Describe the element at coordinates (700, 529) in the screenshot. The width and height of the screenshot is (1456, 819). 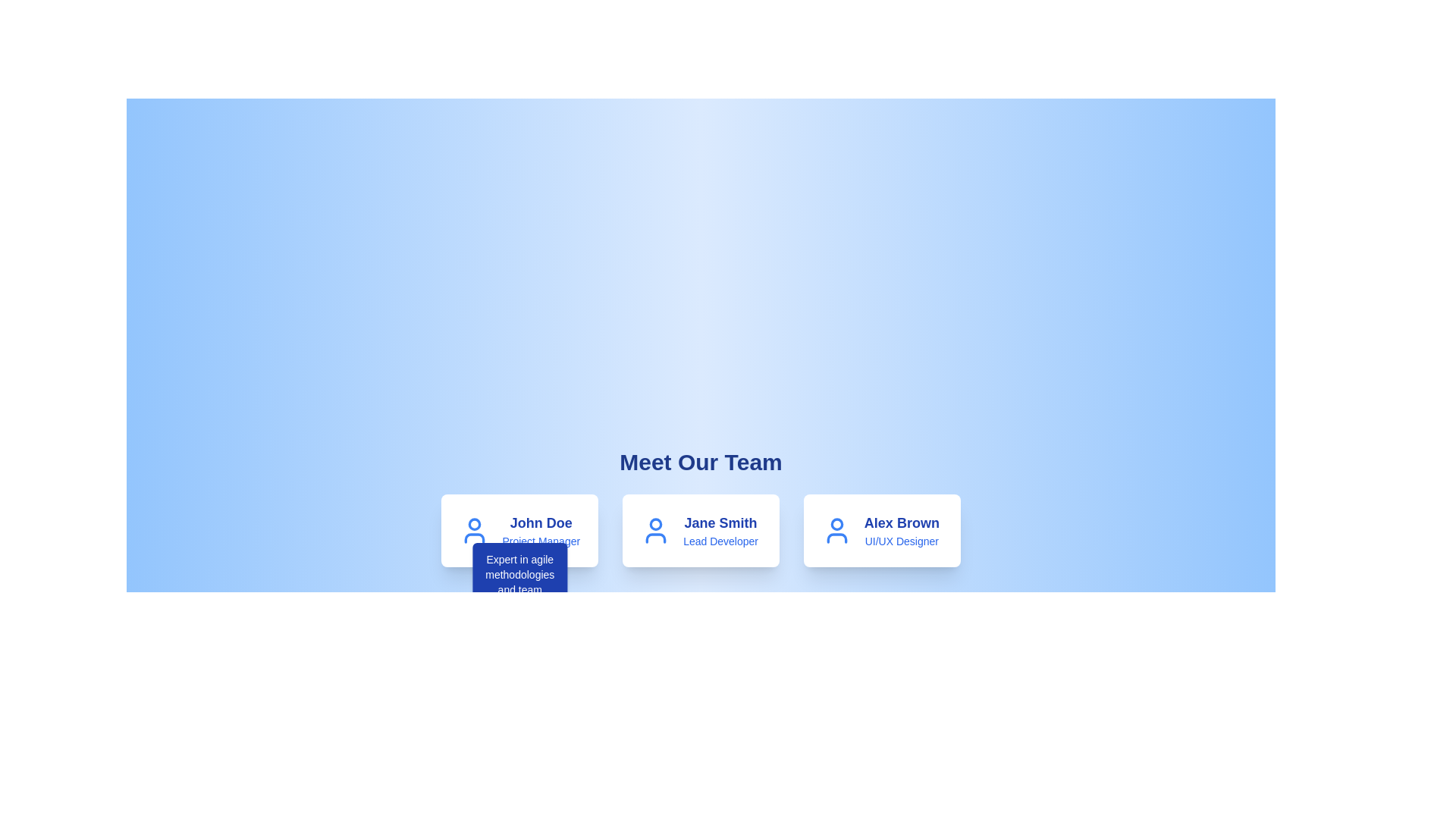
I see `the Profile card representing a team member in the 'Meet Our Team' showcase to view additional information` at that location.